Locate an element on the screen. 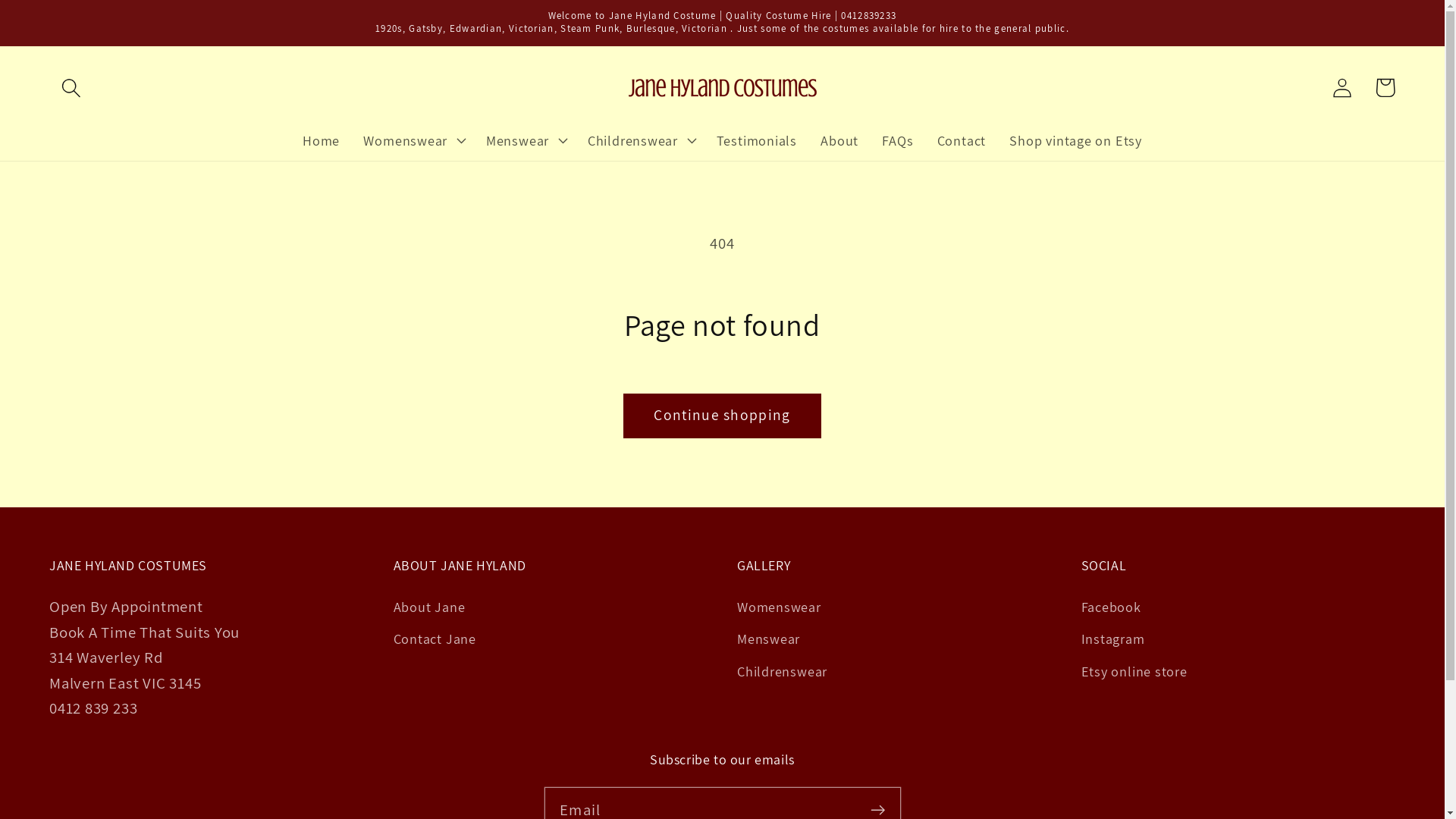 This screenshot has width=1456, height=819. 'Etsy online store' is located at coordinates (1134, 670).